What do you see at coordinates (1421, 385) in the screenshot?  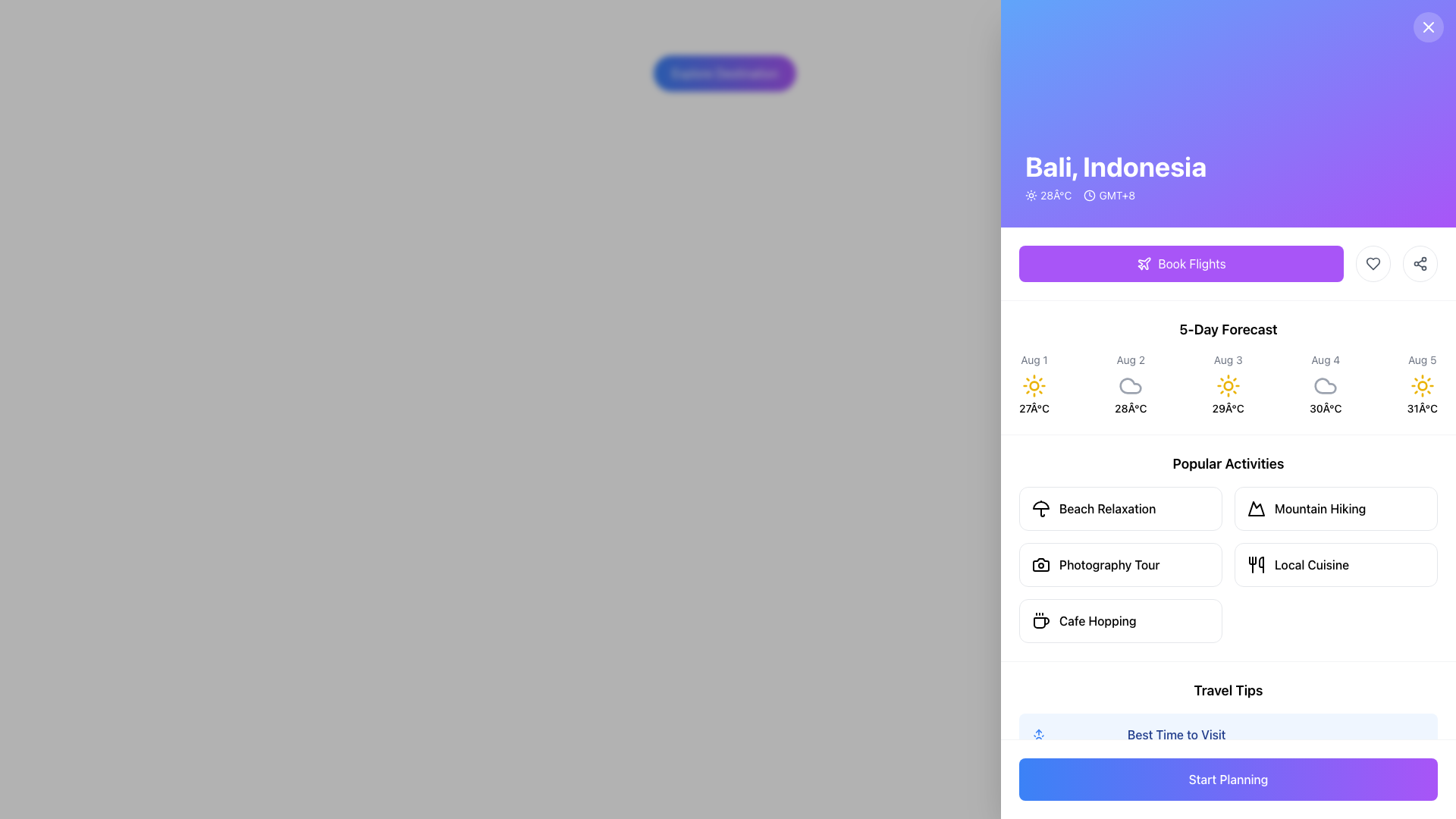 I see `the decorative circle icon that is part of the sun icon representing sunny weather, located at the top-right corner near the '5-Day Forecast' section` at bounding box center [1421, 385].